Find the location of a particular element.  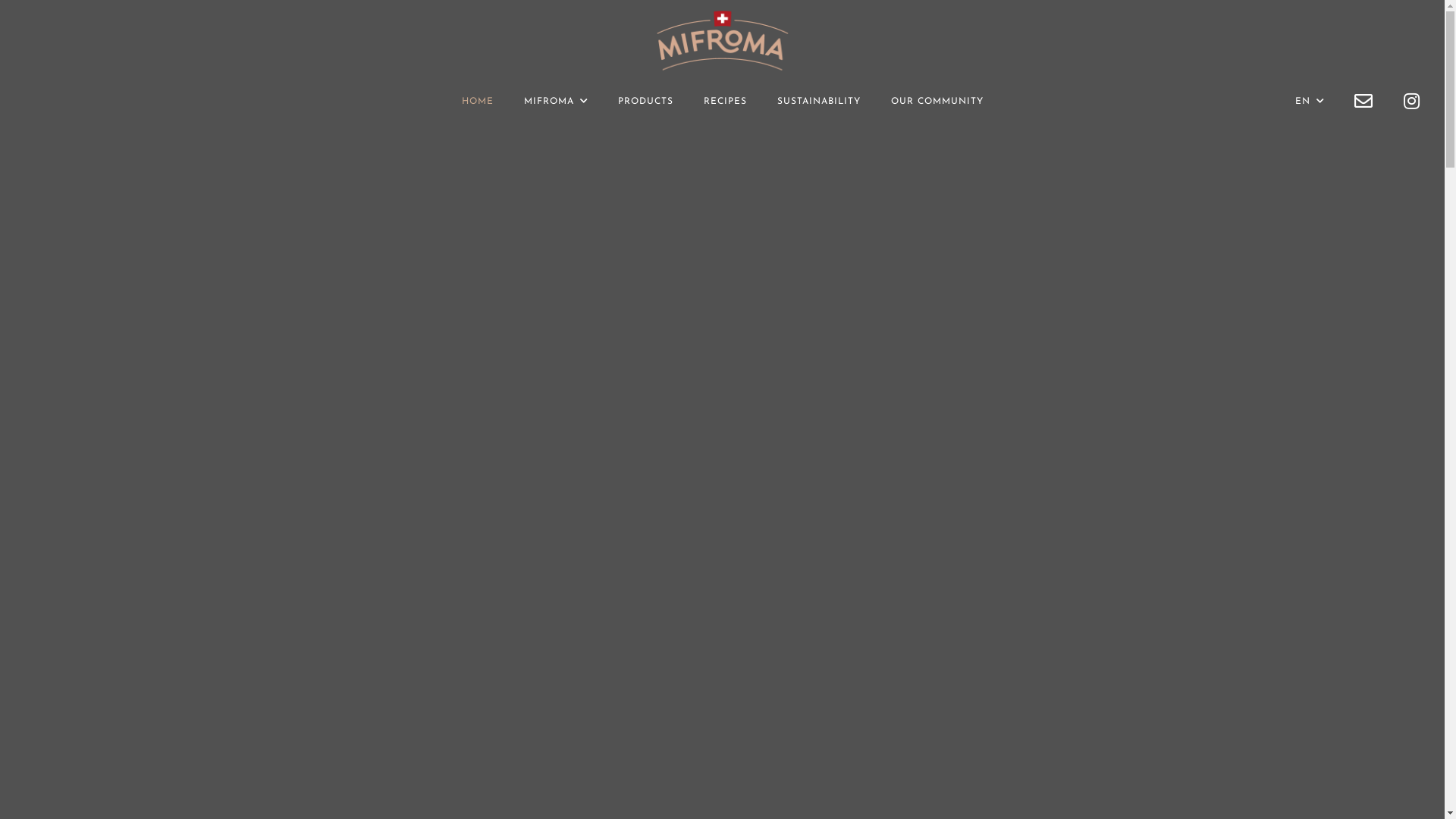

'OUR COMMUNITY' is located at coordinates (890, 102).